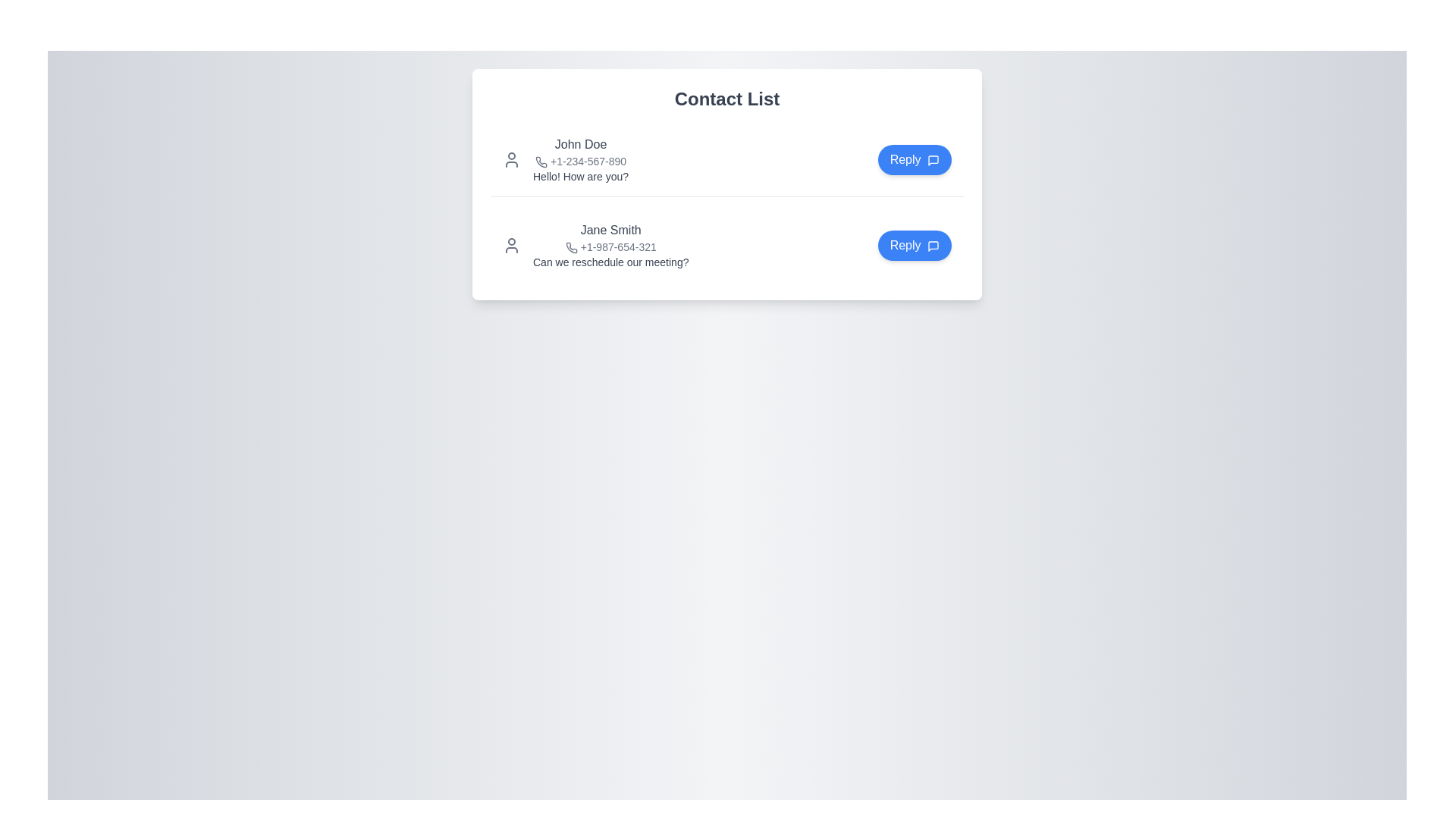 The height and width of the screenshot is (819, 1456). Describe the element at coordinates (595, 245) in the screenshot. I see `name and message of the second contact entry in the vertical list of contacts, which displays the contact's name, phone number, and a related message` at that location.